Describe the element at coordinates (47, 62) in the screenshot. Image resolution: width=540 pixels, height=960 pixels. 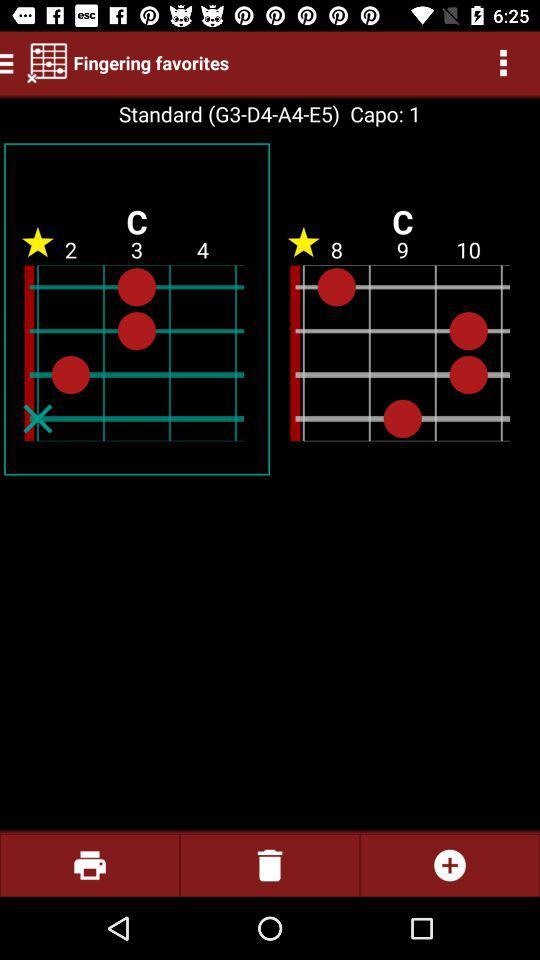
I see `item next to the fingering favorites` at that location.